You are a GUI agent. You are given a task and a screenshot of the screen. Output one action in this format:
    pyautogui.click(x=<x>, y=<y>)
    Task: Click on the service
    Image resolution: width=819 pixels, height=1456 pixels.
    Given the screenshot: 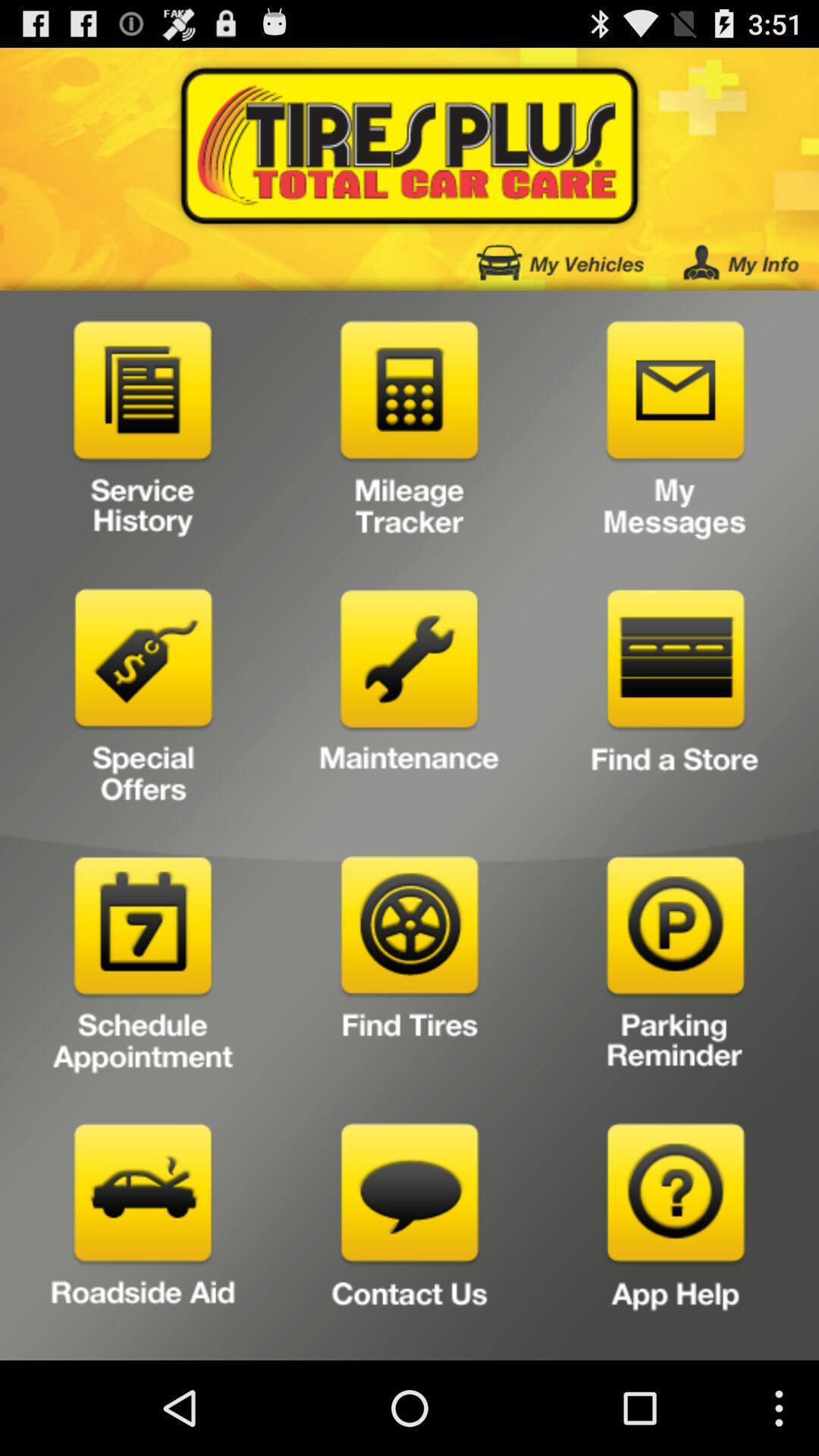 What is the action you would take?
    pyautogui.click(x=143, y=433)
    